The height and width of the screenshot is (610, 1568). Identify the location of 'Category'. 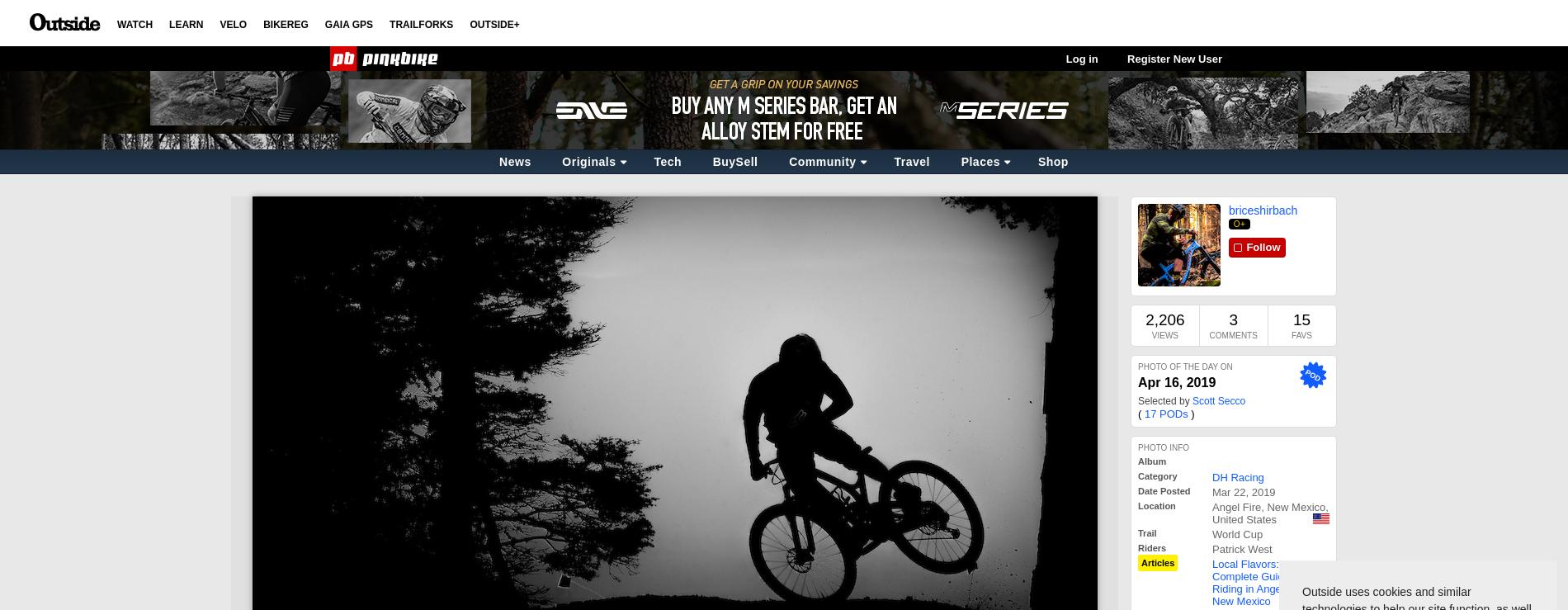
(1156, 476).